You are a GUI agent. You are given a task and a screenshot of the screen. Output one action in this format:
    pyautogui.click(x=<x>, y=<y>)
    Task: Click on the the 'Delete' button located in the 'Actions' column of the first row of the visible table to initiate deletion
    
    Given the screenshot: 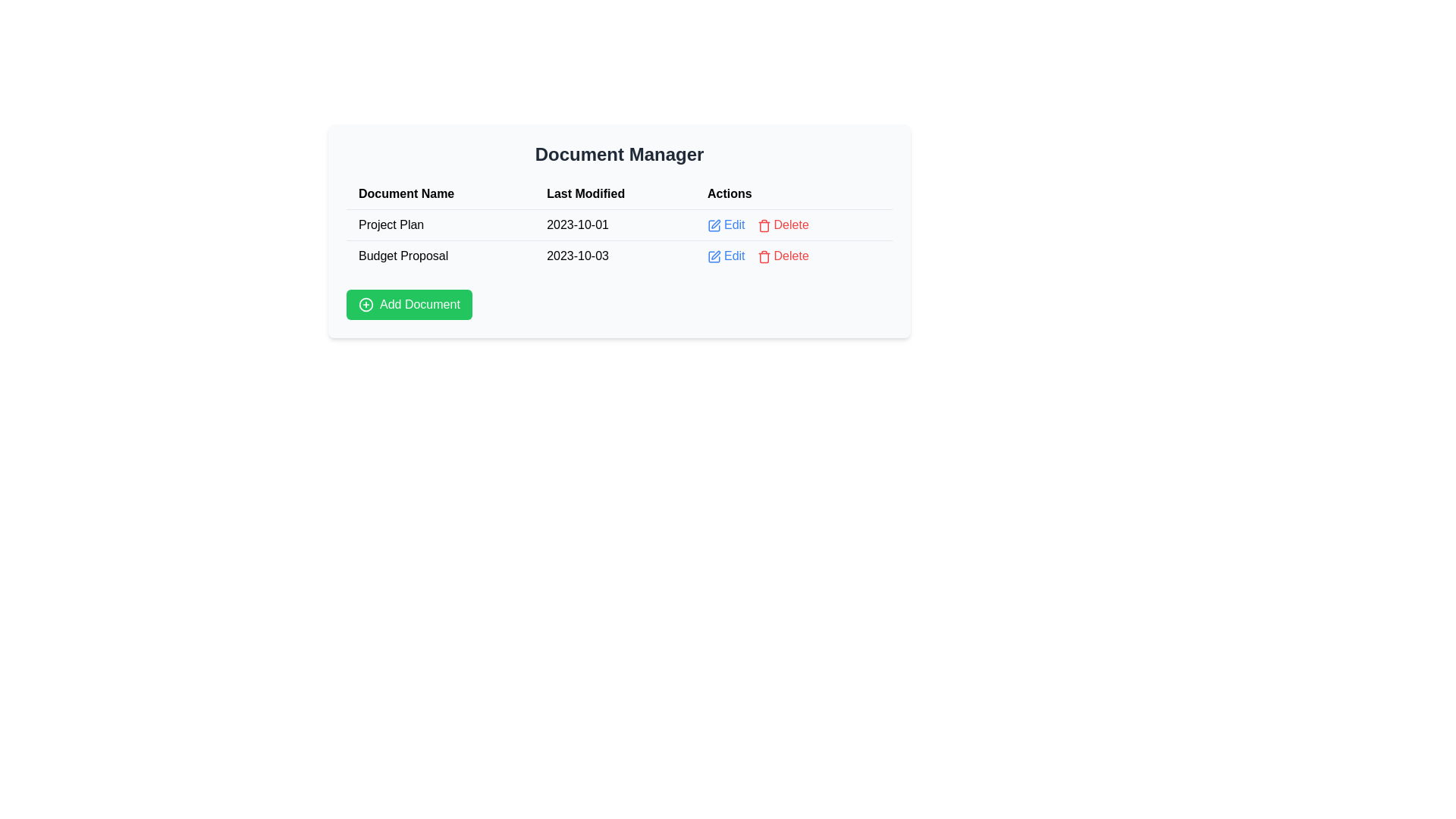 What is the action you would take?
    pyautogui.click(x=783, y=225)
    